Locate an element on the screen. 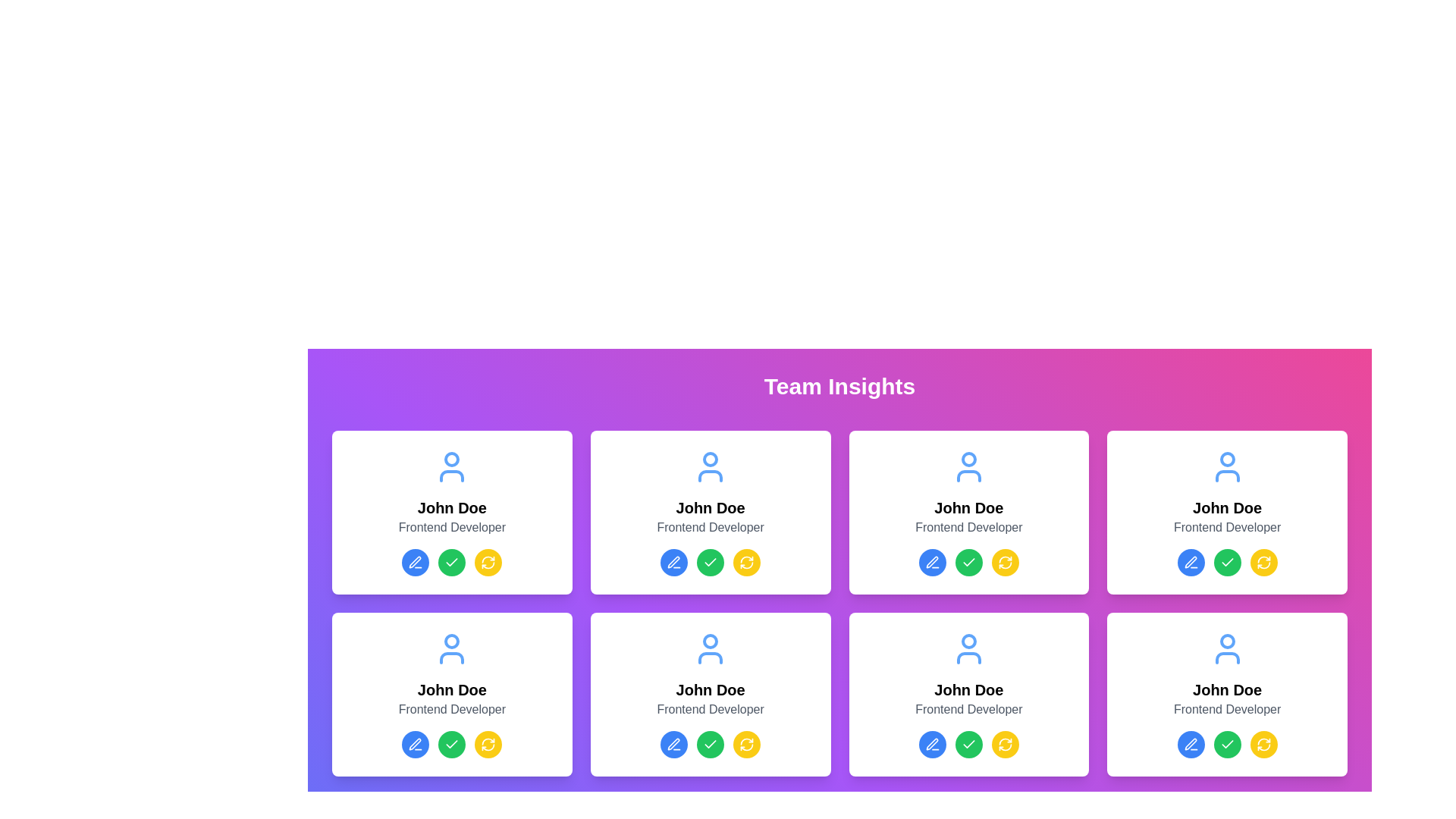 The image size is (1456, 819). the SVG circle that represents the head of the user profile icon located at the top section of the first card in the grid layout is located at coordinates (451, 458).